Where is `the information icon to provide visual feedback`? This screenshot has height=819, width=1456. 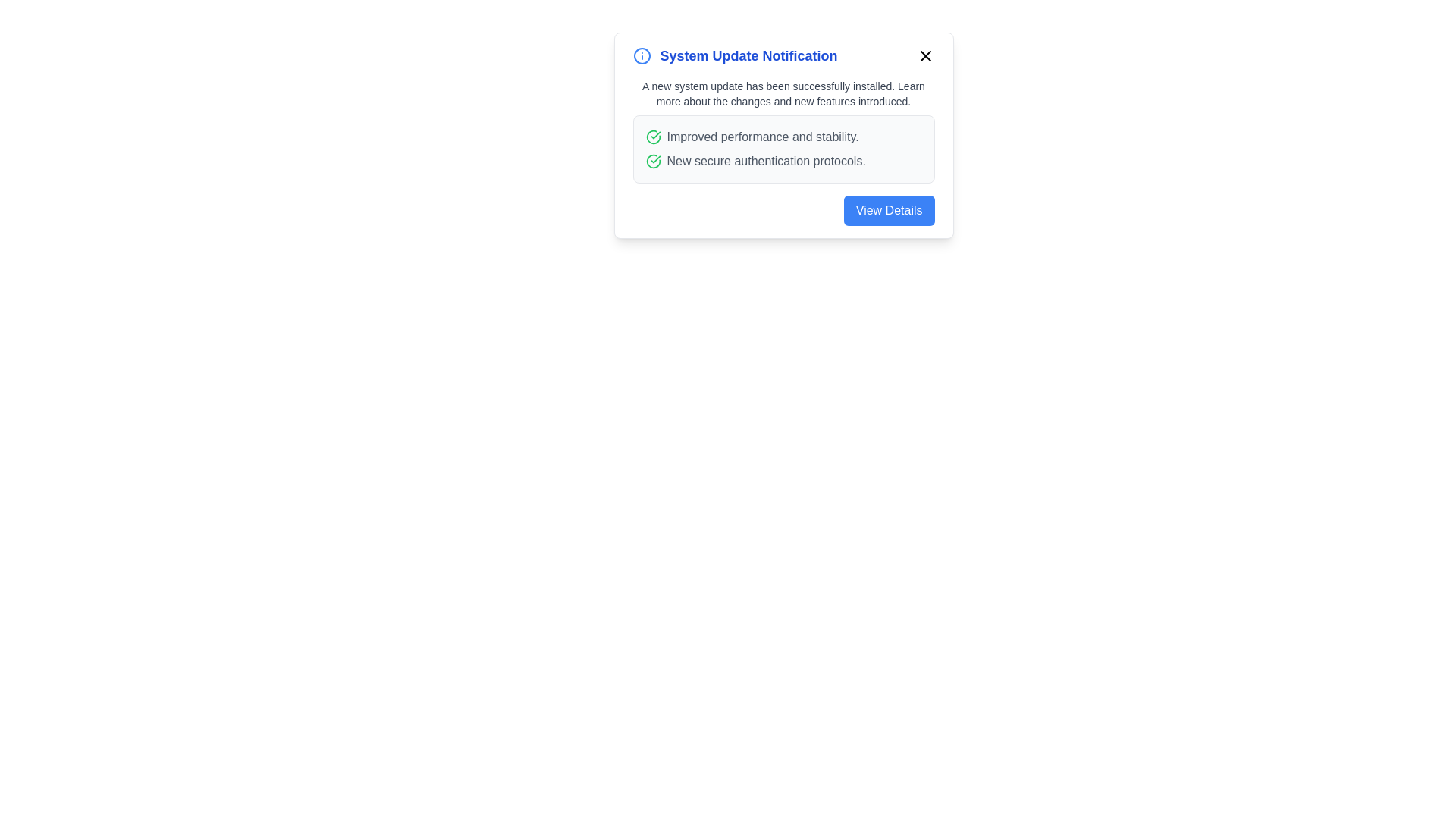
the information icon to provide visual feedback is located at coordinates (642, 55).